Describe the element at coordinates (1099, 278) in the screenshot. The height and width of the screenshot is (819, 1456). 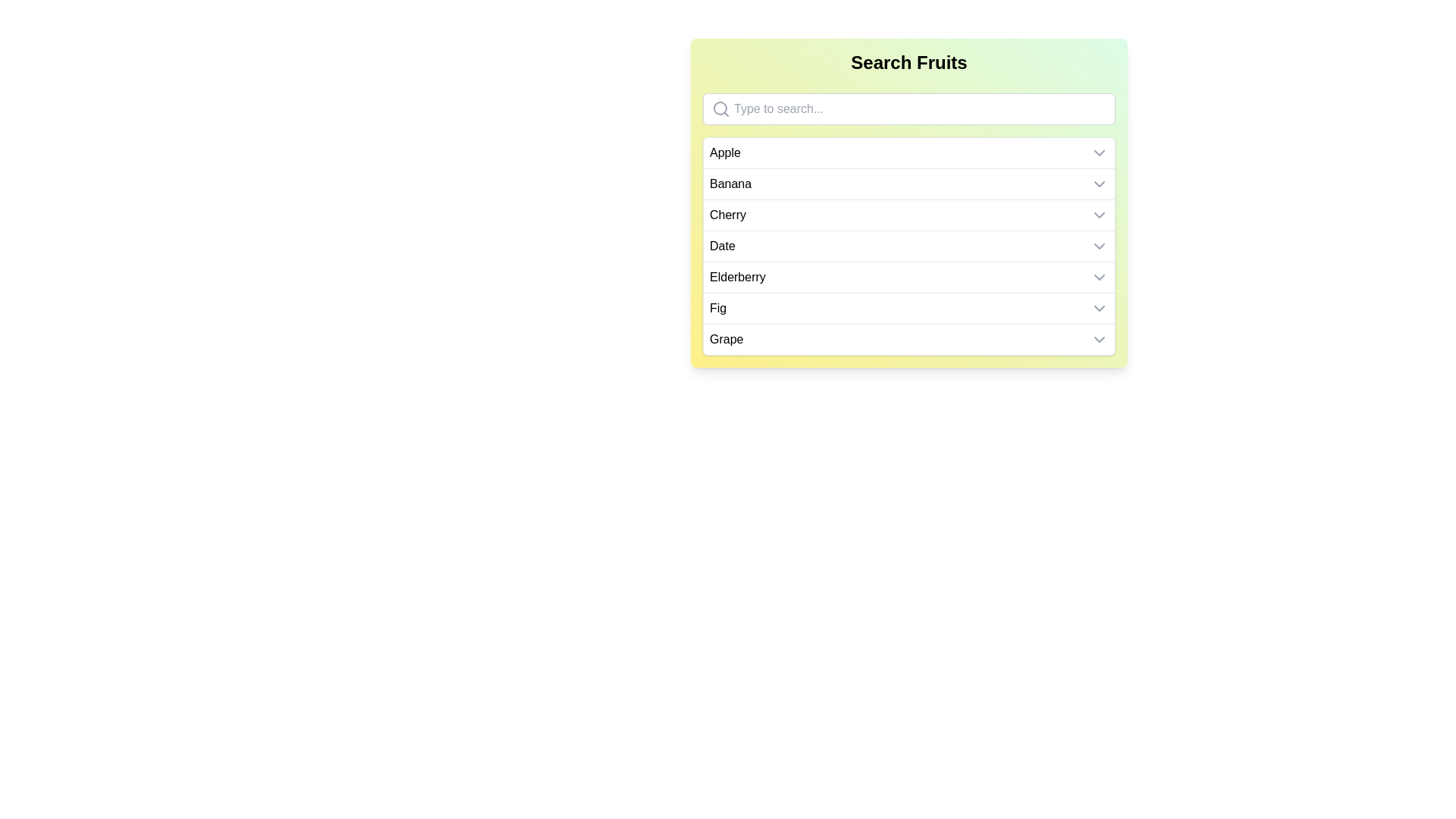
I see `the chevron icon button located on the extreme right side of the row labeled 'Elderberry' to trigger the hover effect` at that location.